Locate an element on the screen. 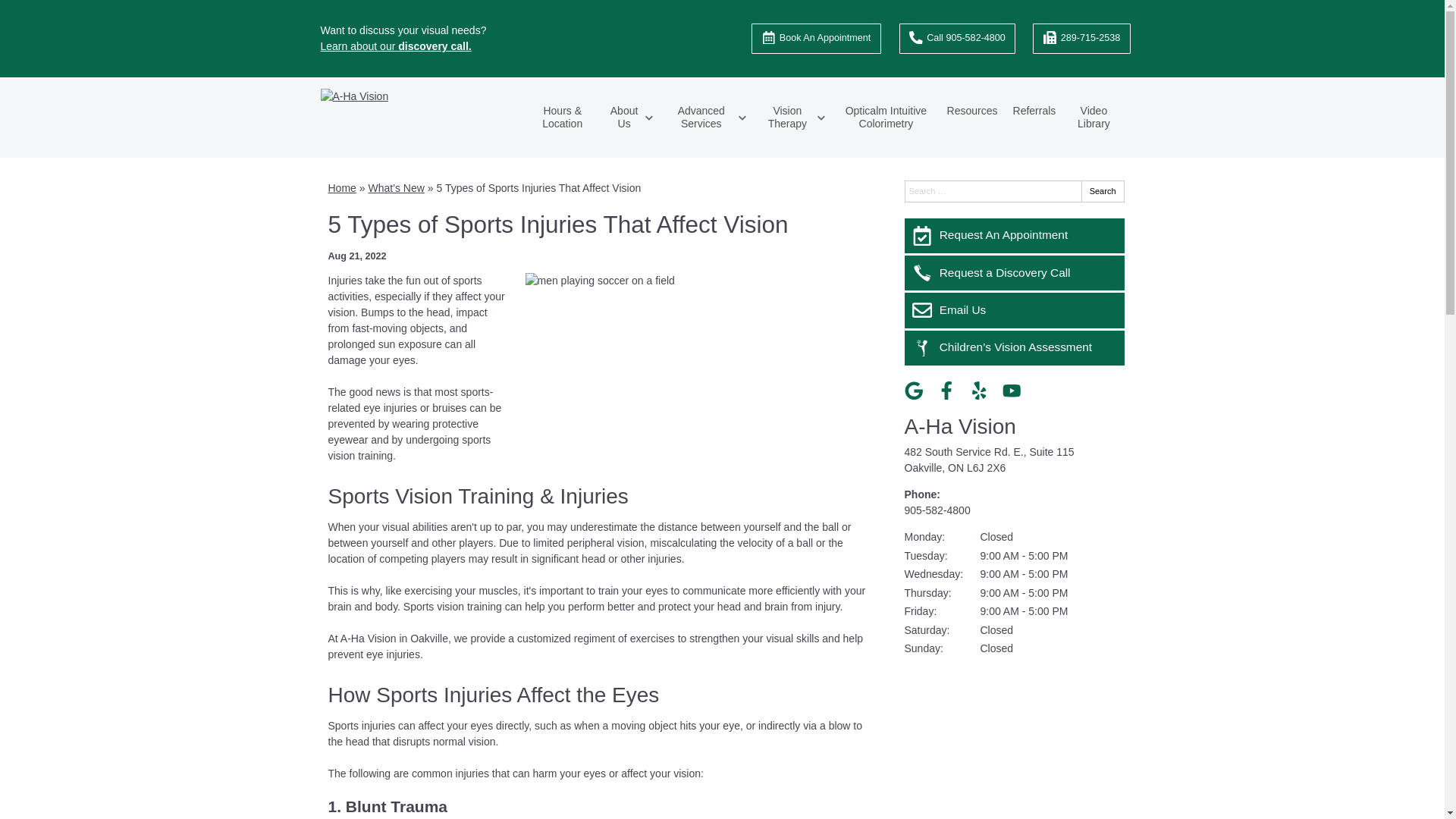 The height and width of the screenshot is (819, 1456). 'Referrals' is located at coordinates (1005, 110).